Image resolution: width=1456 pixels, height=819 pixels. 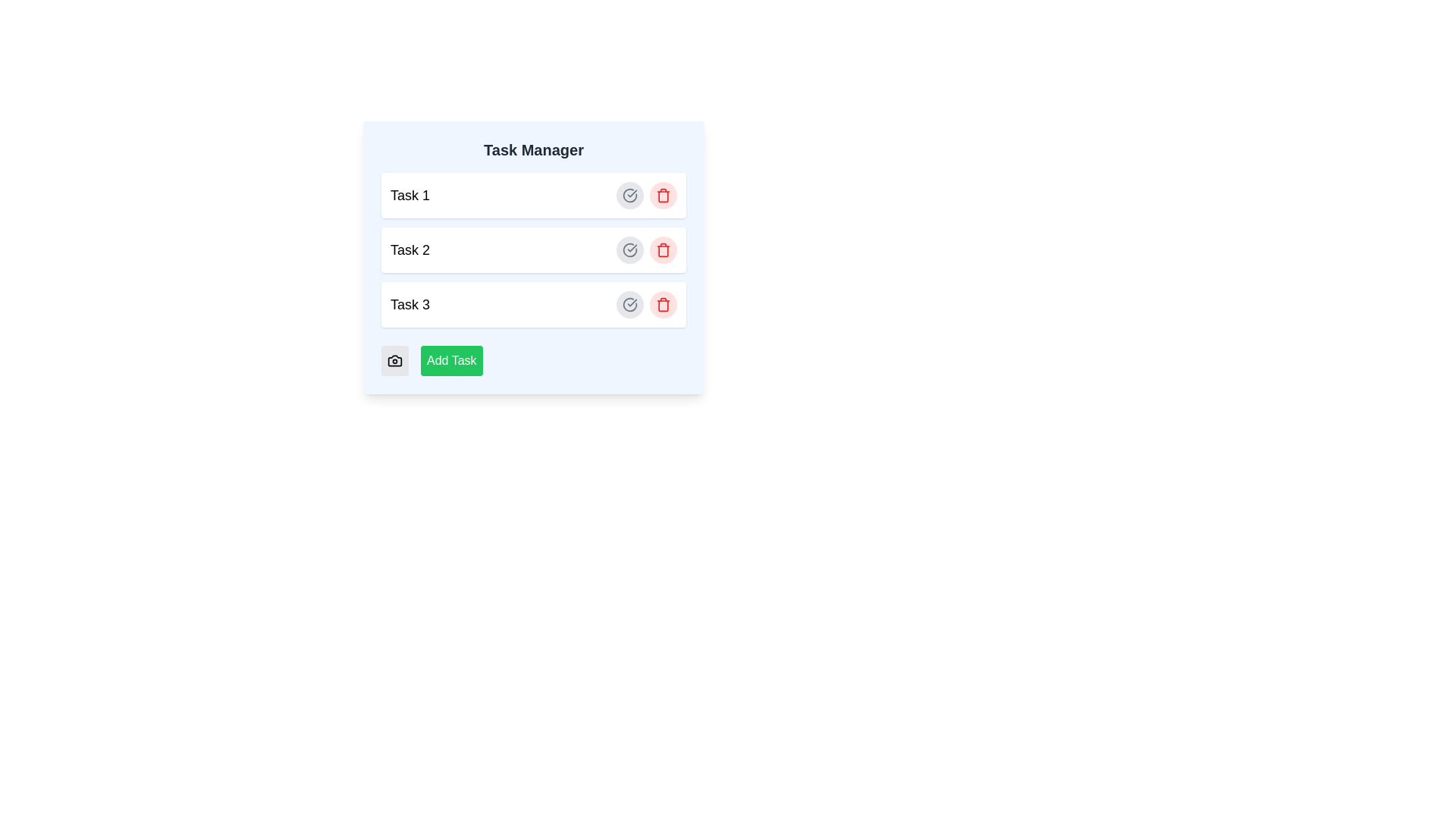 I want to click on the camera icon located to the left of the green 'Add Task' button in the task manager interface, so click(x=395, y=360).